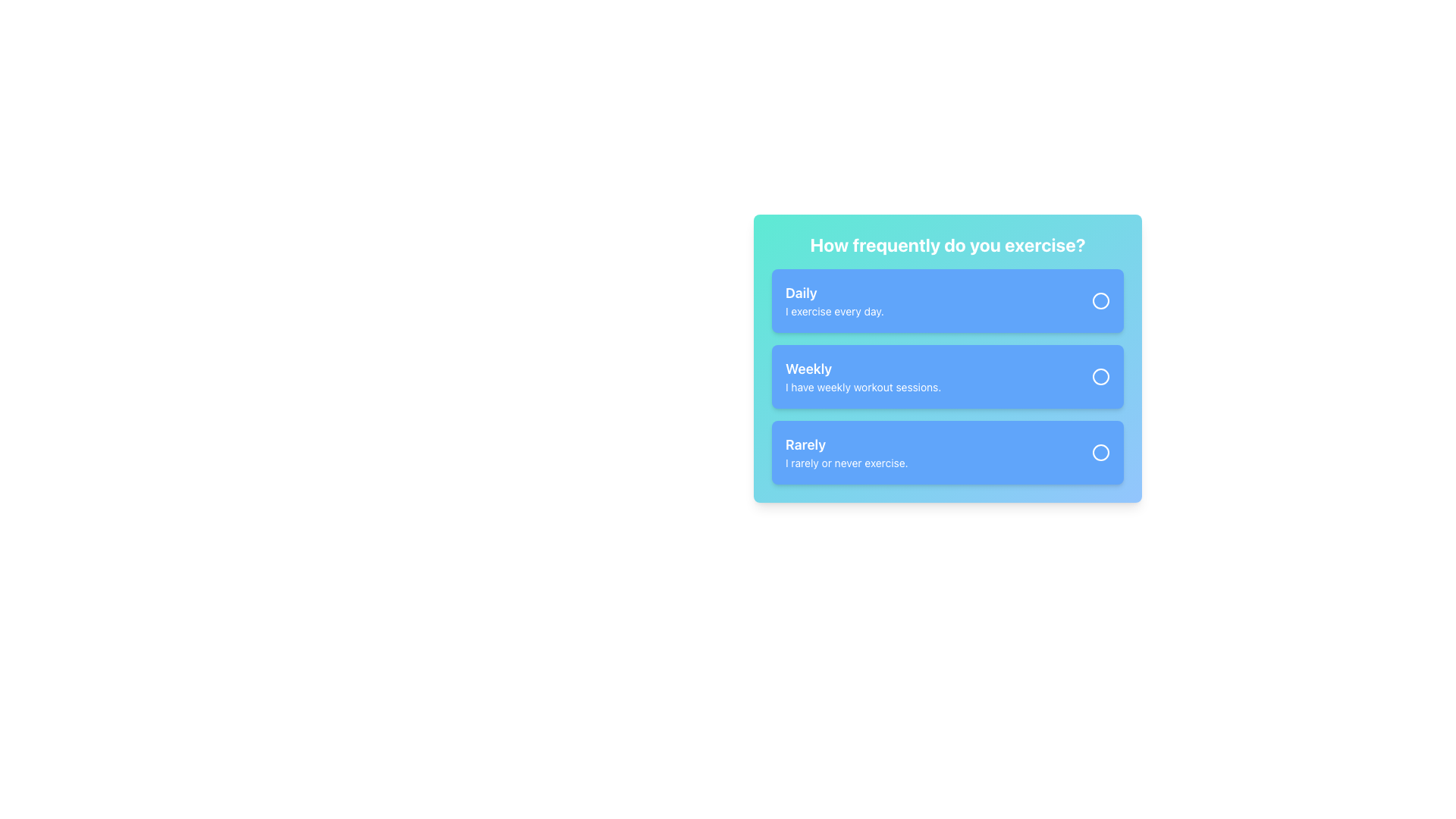 This screenshot has height=819, width=1456. Describe the element at coordinates (1100, 301) in the screenshot. I see `SVG circle element styled with a white stroke and no fill, positioned near the right side of the blue button labeled 'Daily'` at that location.